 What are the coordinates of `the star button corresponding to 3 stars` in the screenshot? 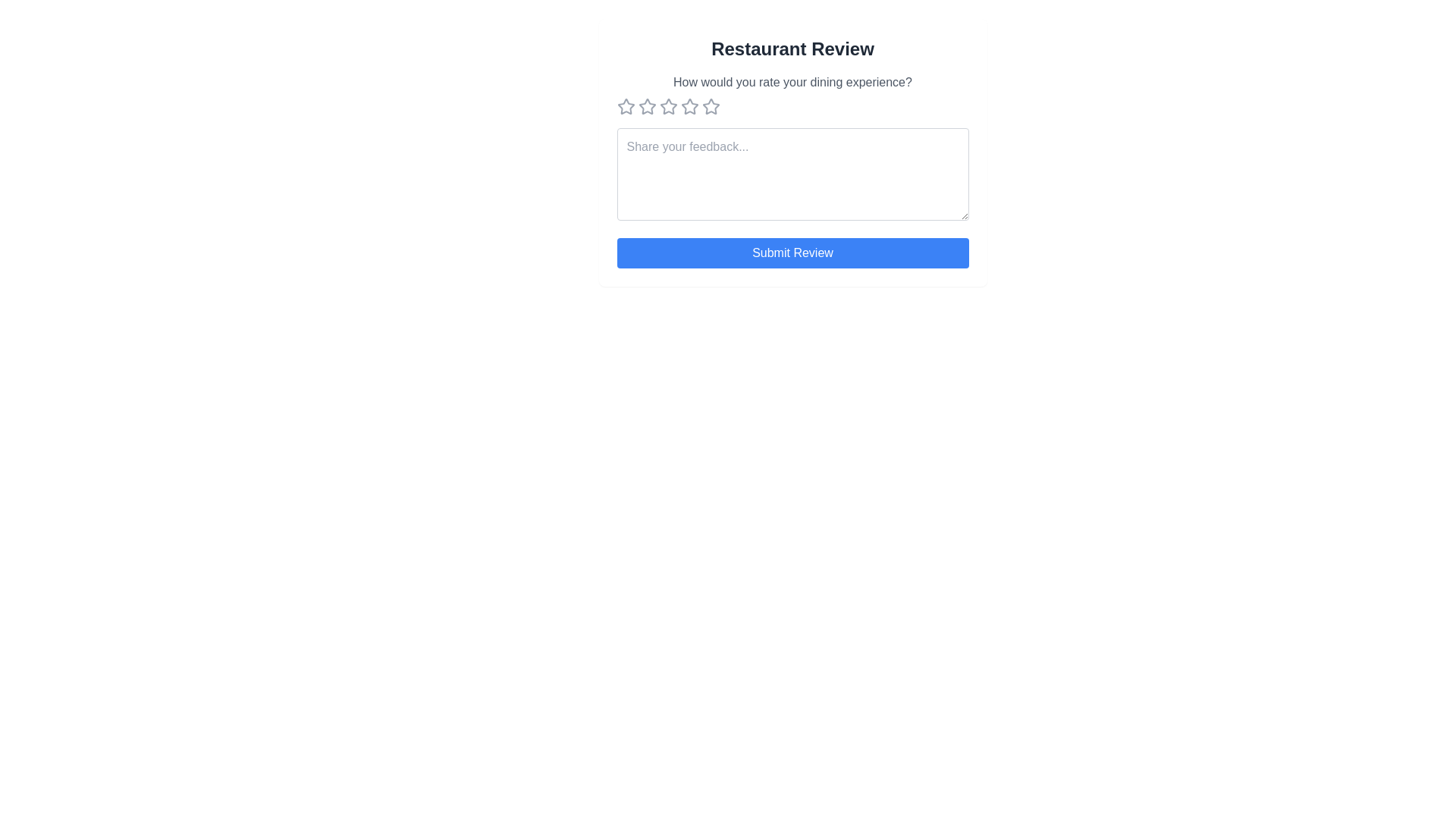 It's located at (667, 106).